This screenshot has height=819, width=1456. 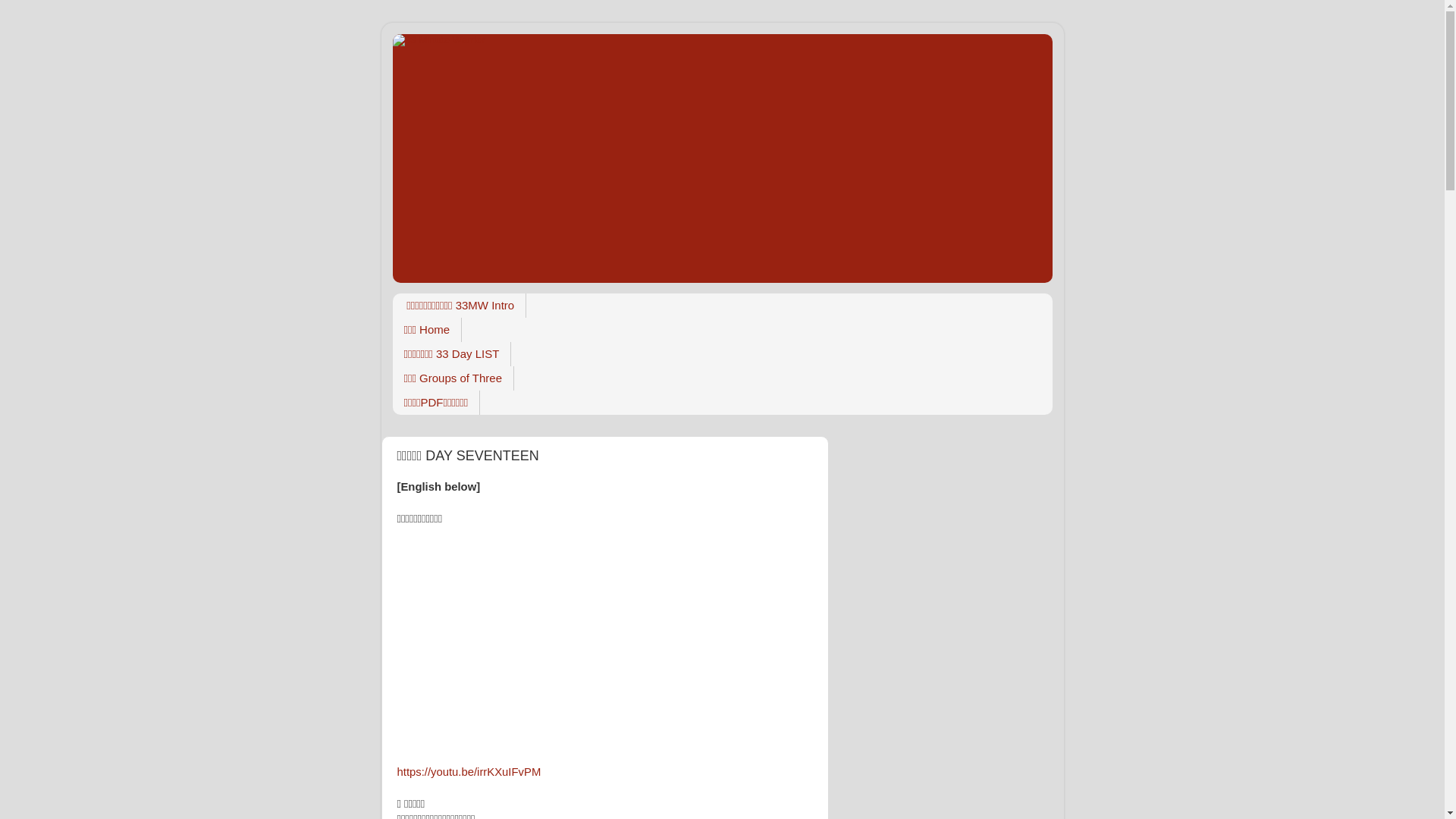 What do you see at coordinates (469, 772) in the screenshot?
I see `'https://youtu.be/irrKXuIFvPM'` at bounding box center [469, 772].